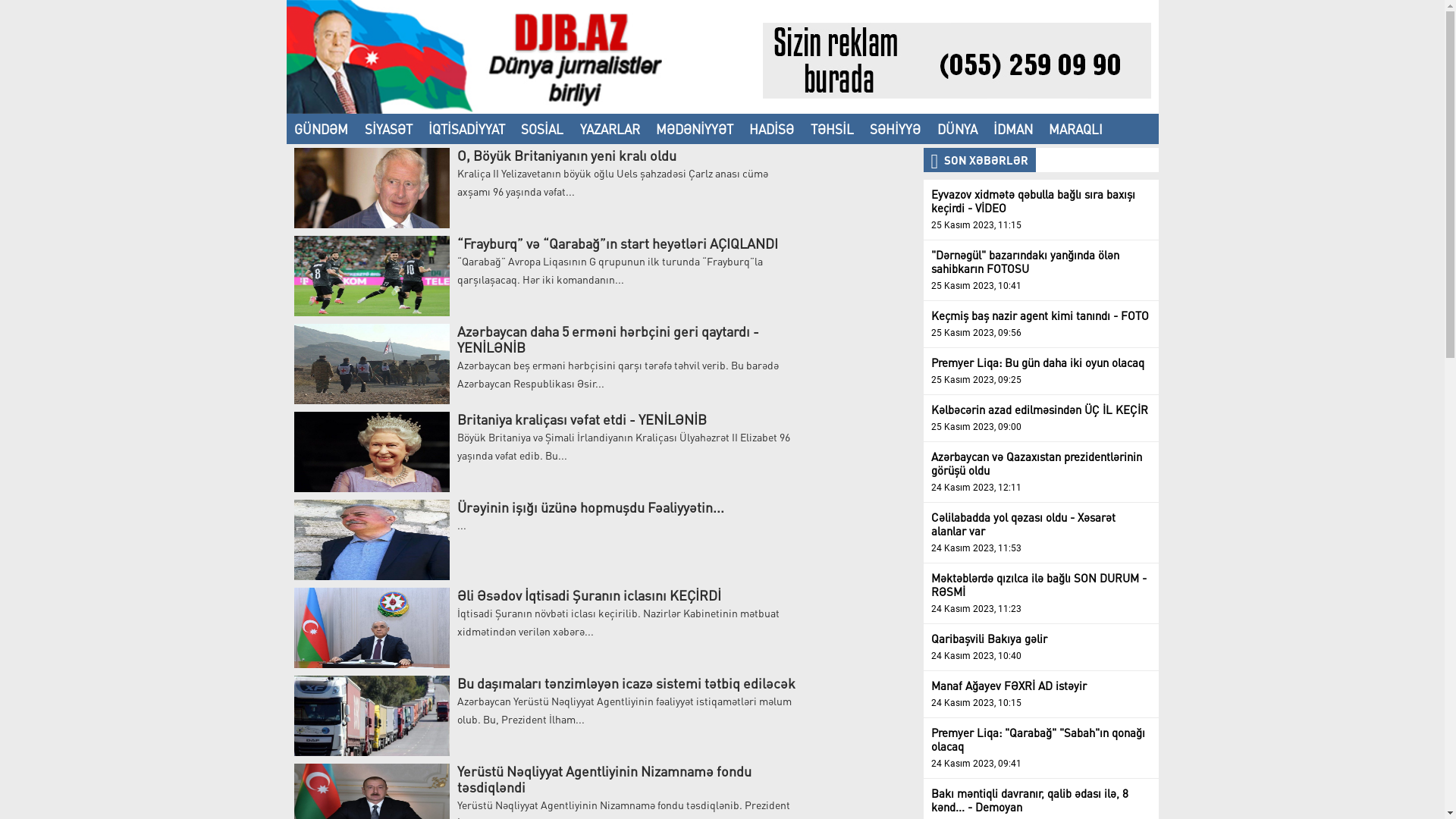  What do you see at coordinates (609, 127) in the screenshot?
I see `'YAZARLAR'` at bounding box center [609, 127].